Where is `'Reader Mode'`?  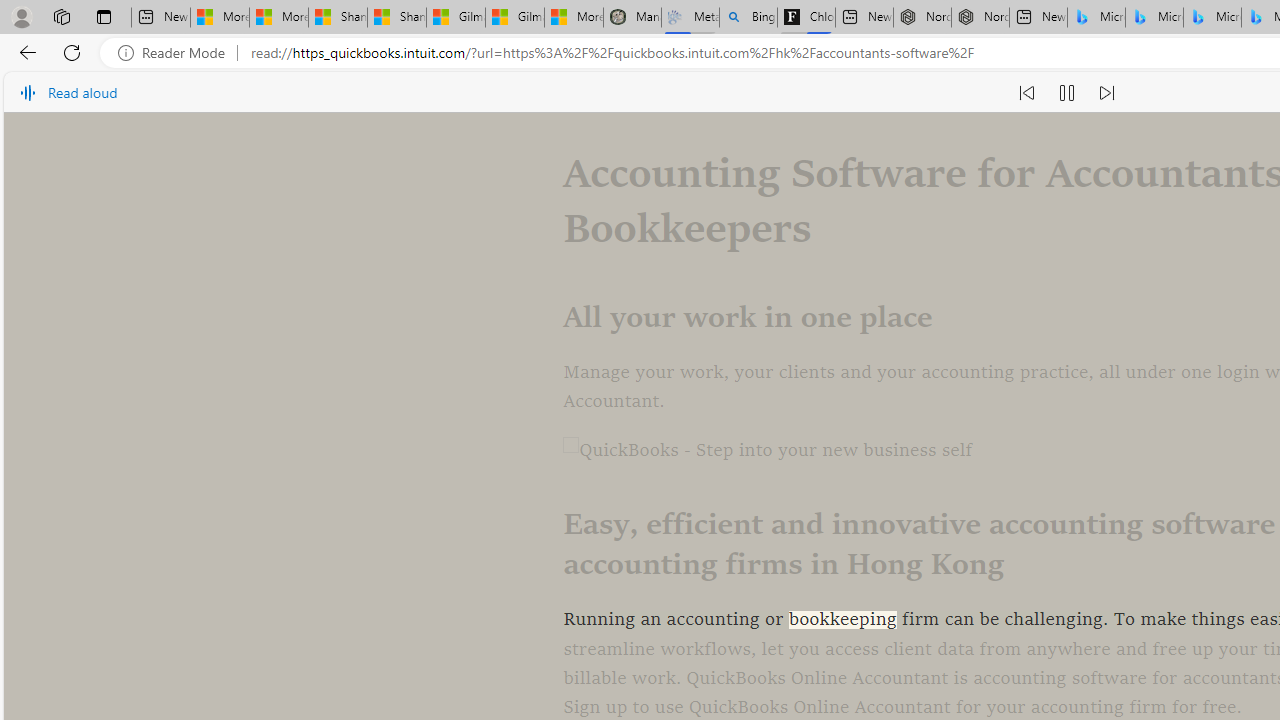 'Reader Mode' is located at coordinates (177, 52).